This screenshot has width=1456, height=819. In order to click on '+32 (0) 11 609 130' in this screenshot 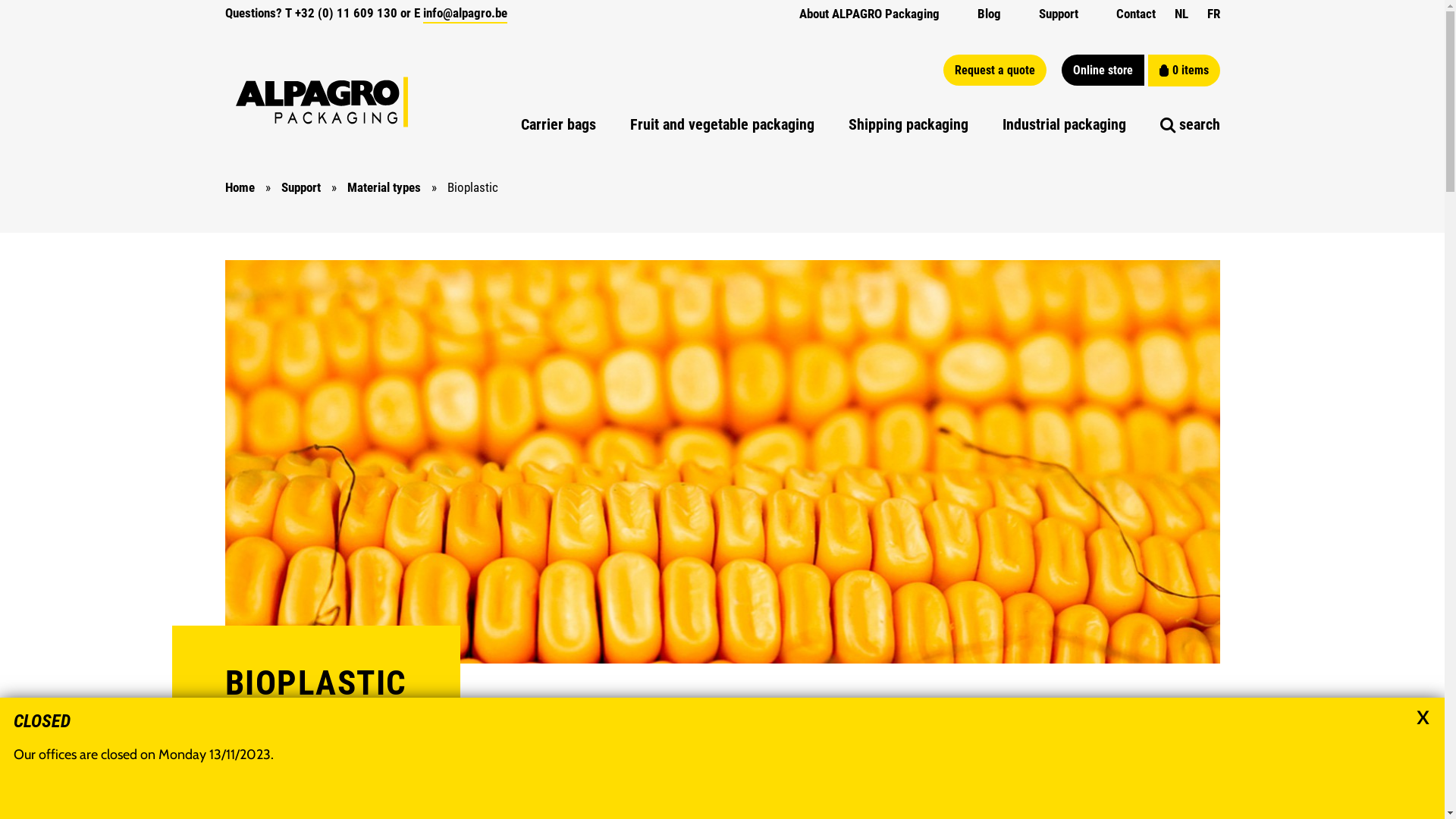, I will do `click(344, 12)`.